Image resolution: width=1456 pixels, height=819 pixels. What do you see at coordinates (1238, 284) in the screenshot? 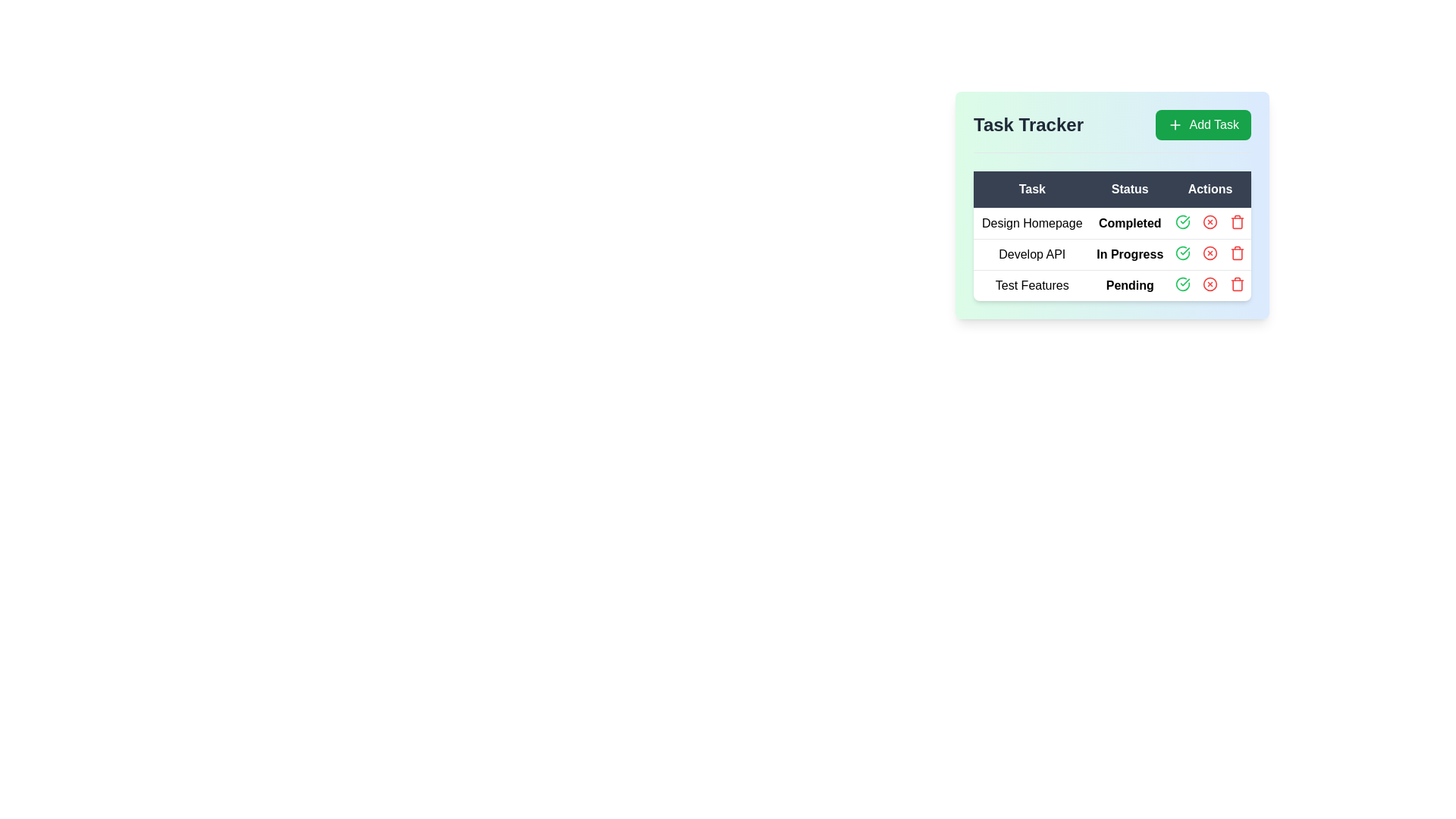
I see `the red trash bin icon-button located in the 'Actions' column of the third row to initiate task deletion for the 'Test Features' task` at bounding box center [1238, 284].